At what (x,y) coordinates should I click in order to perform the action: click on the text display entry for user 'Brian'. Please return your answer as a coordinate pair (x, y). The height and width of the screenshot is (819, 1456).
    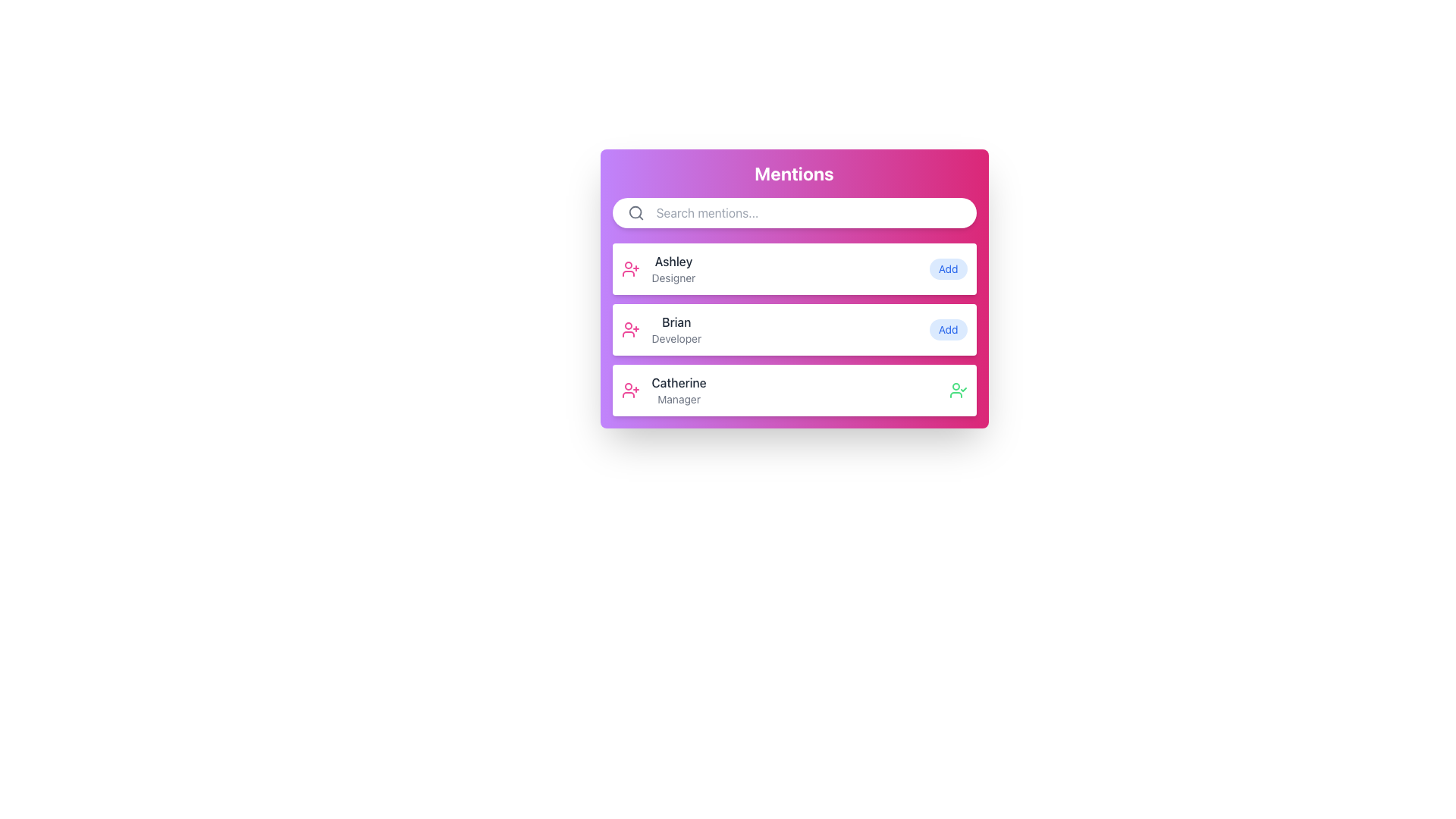
    Looking at the image, I should click on (661, 329).